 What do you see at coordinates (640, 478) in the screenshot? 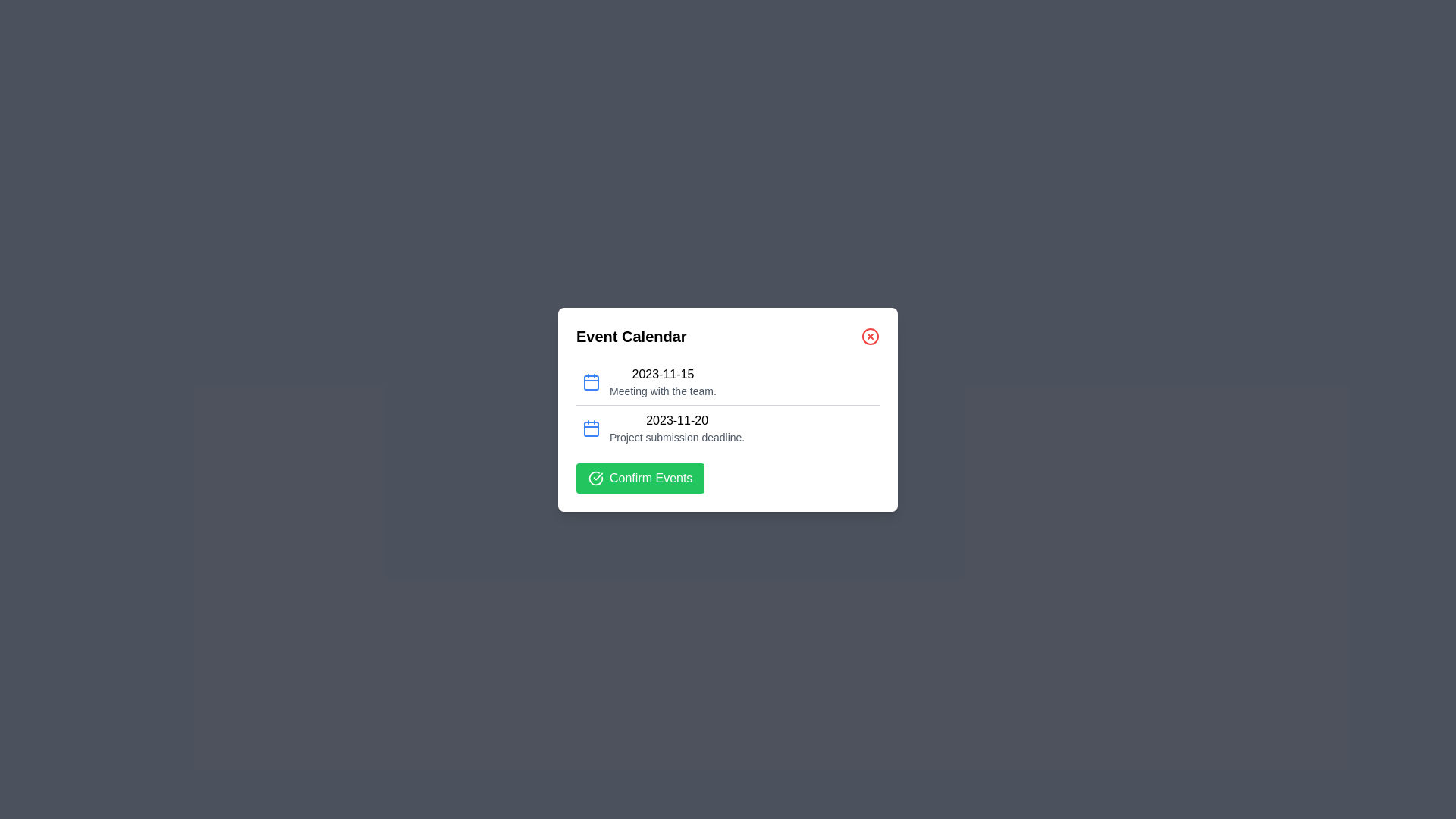
I see `the 'Confirm Events' button to confirm the listed events` at bounding box center [640, 478].